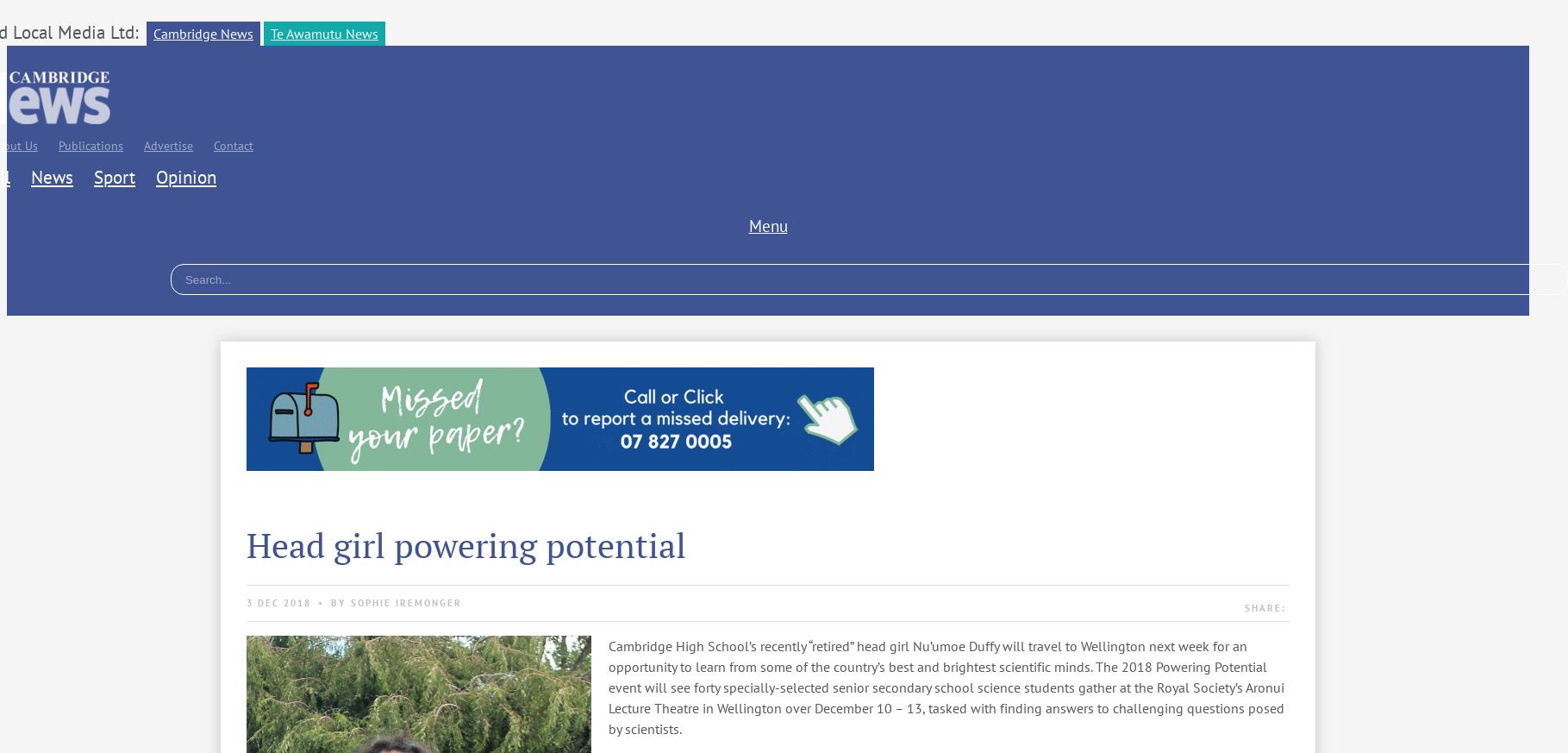  What do you see at coordinates (1264, 607) in the screenshot?
I see `'Share:'` at bounding box center [1264, 607].